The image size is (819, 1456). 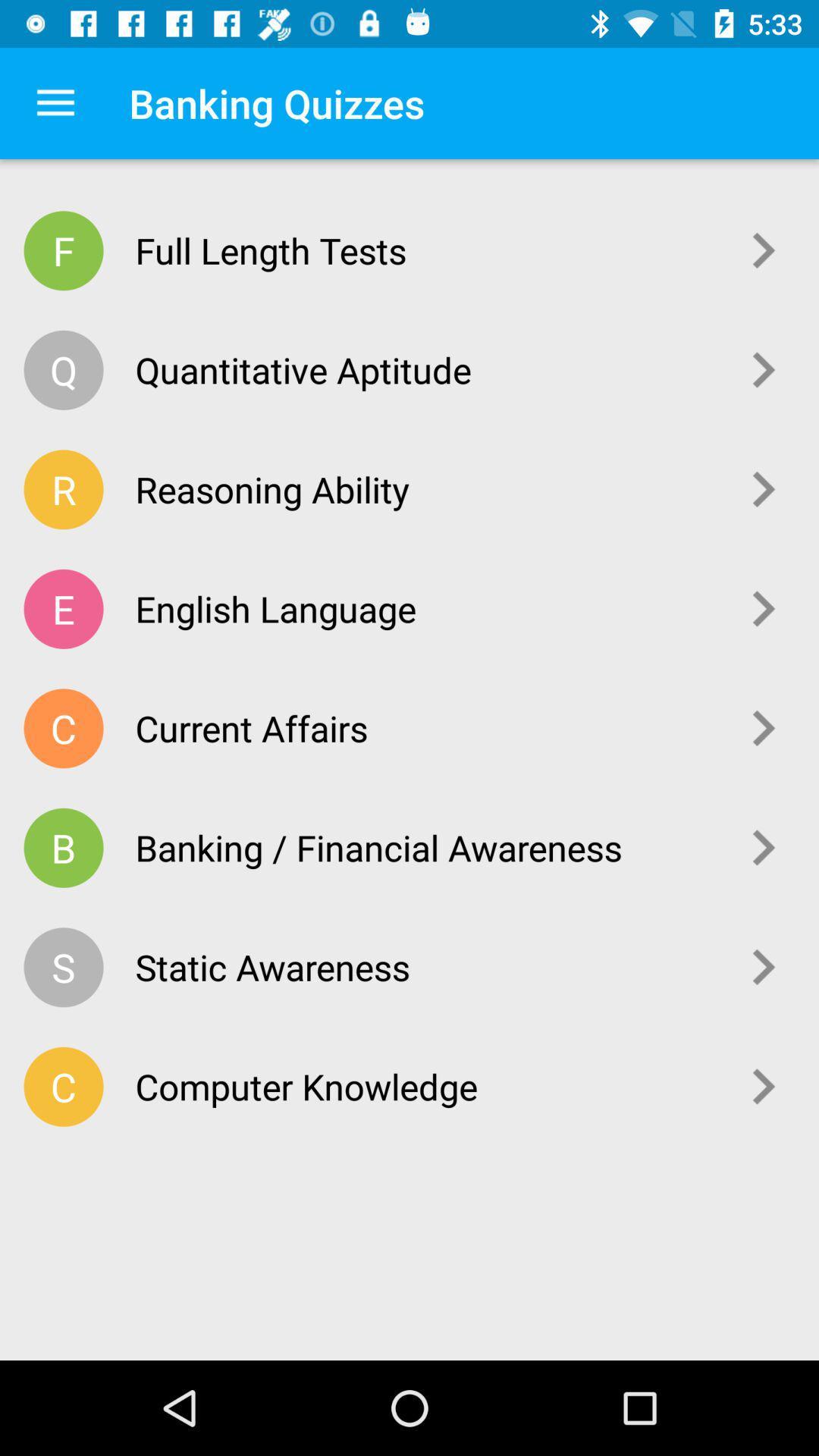 I want to click on the icon to the left of banking / financial awareness item, so click(x=63, y=847).